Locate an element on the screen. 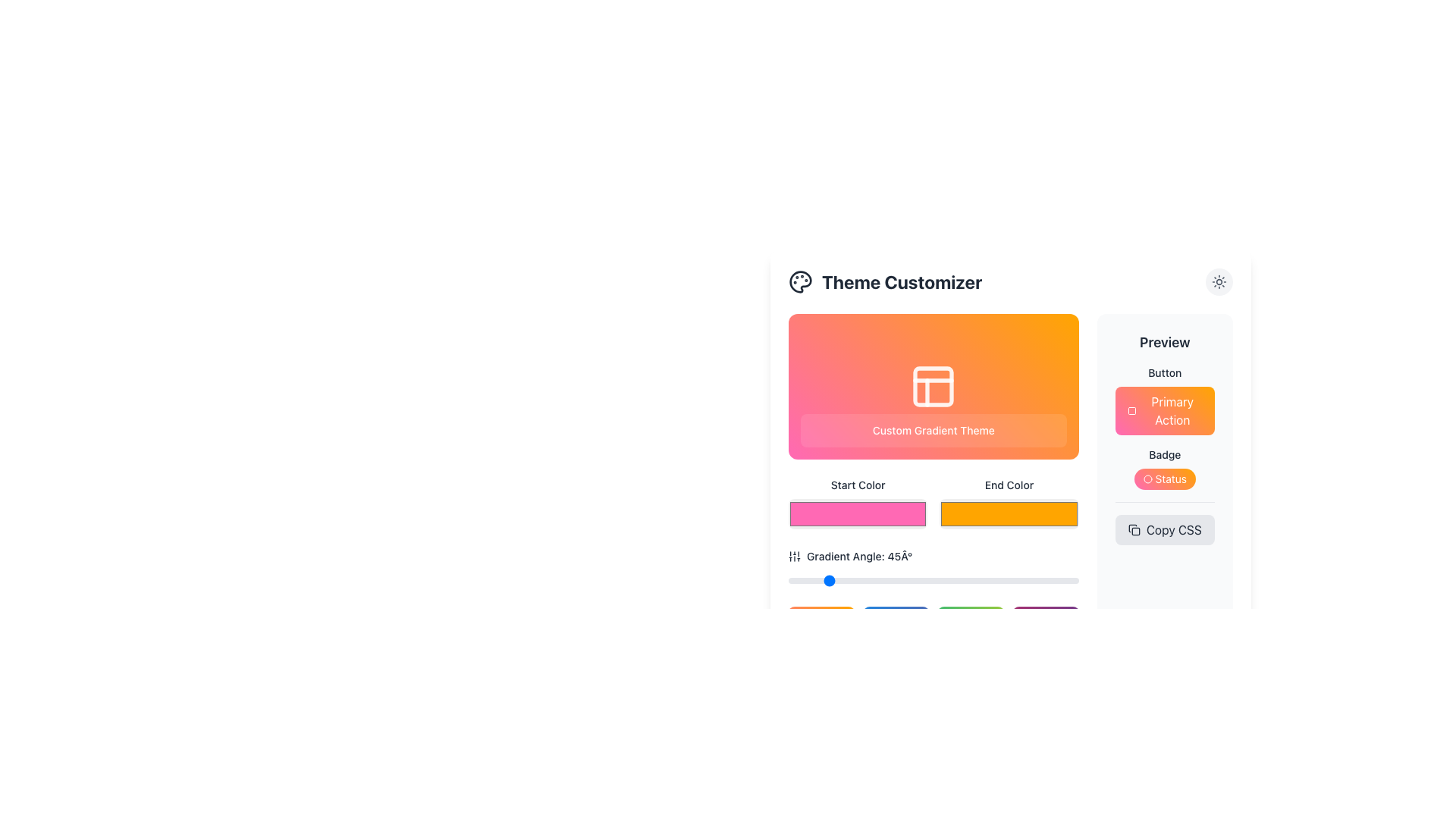 The width and height of the screenshot is (1456, 819). the rectangular badge with a gradient background transitioning from pink to orange, containing the text 'Status' in white, located in the 'Preview' section above the 'Copy CSS' button is located at coordinates (1164, 454).